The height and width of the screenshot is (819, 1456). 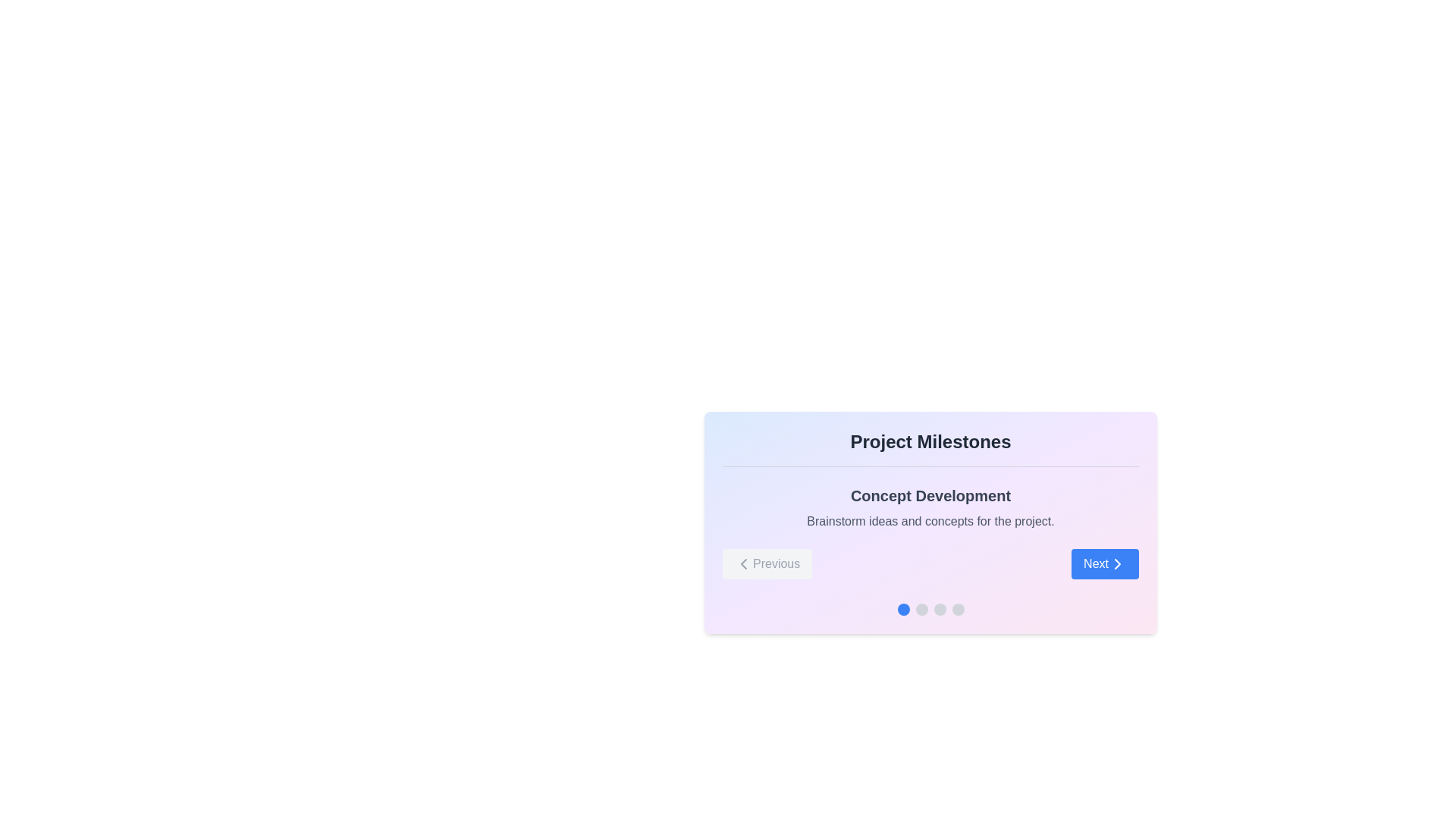 I want to click on the chevron icon within the 'Previous' button located in the bottom-left corner of the dialog box, so click(x=743, y=564).